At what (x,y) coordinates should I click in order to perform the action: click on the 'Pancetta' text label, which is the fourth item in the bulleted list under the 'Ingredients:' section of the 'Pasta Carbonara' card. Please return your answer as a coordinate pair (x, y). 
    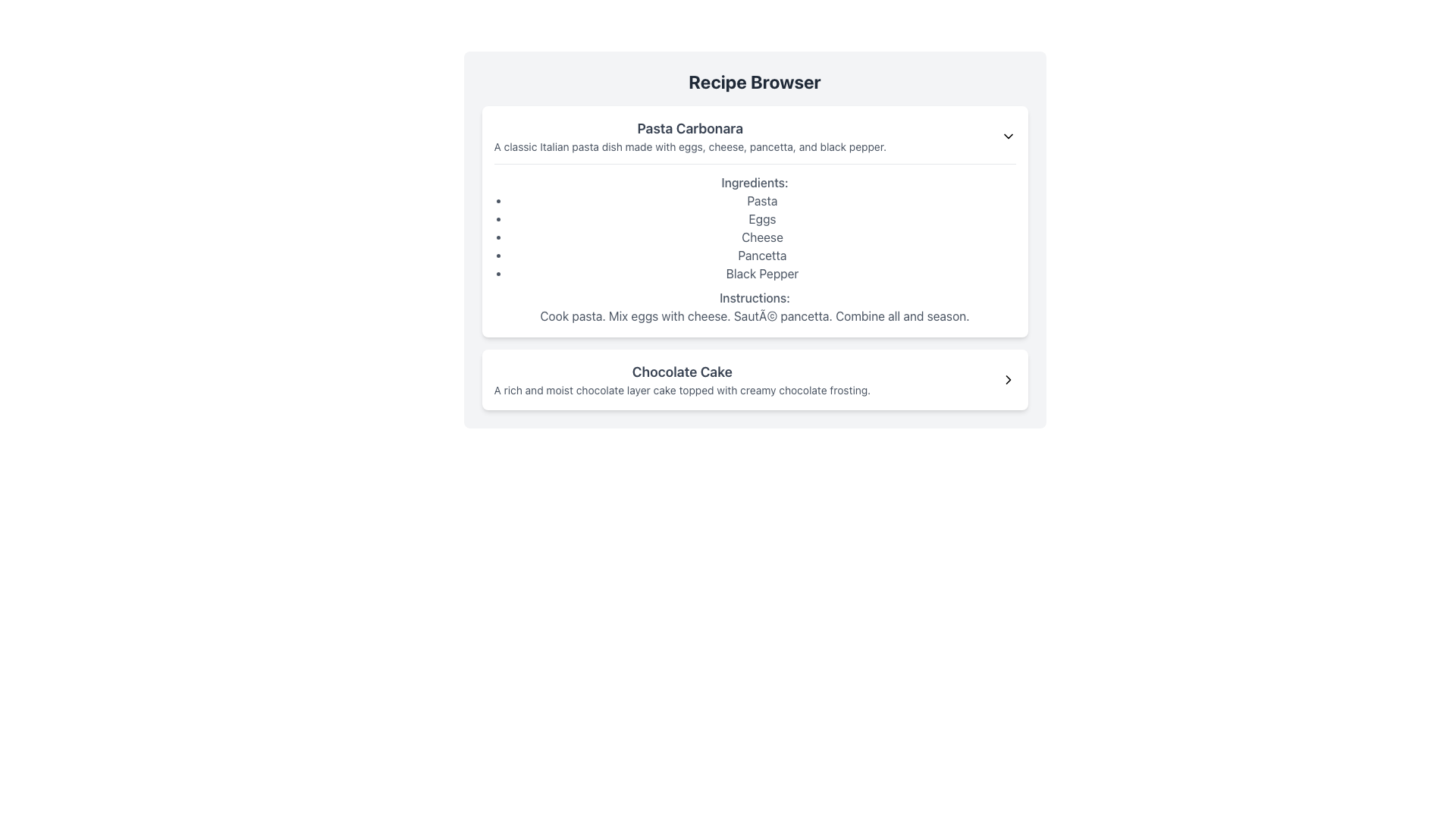
    Looking at the image, I should click on (762, 254).